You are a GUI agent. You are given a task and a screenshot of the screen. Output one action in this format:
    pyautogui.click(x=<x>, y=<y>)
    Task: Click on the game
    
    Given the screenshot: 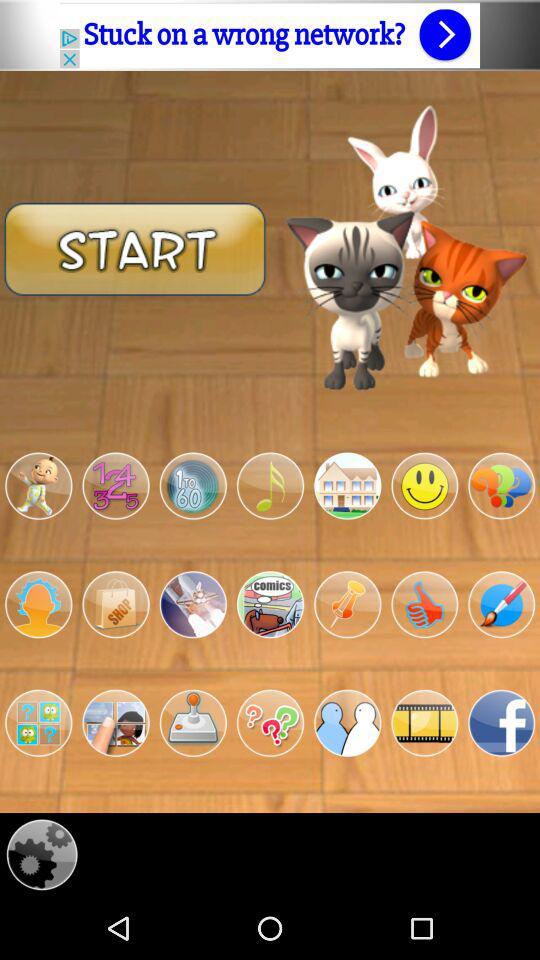 What is the action you would take?
    pyautogui.click(x=193, y=722)
    